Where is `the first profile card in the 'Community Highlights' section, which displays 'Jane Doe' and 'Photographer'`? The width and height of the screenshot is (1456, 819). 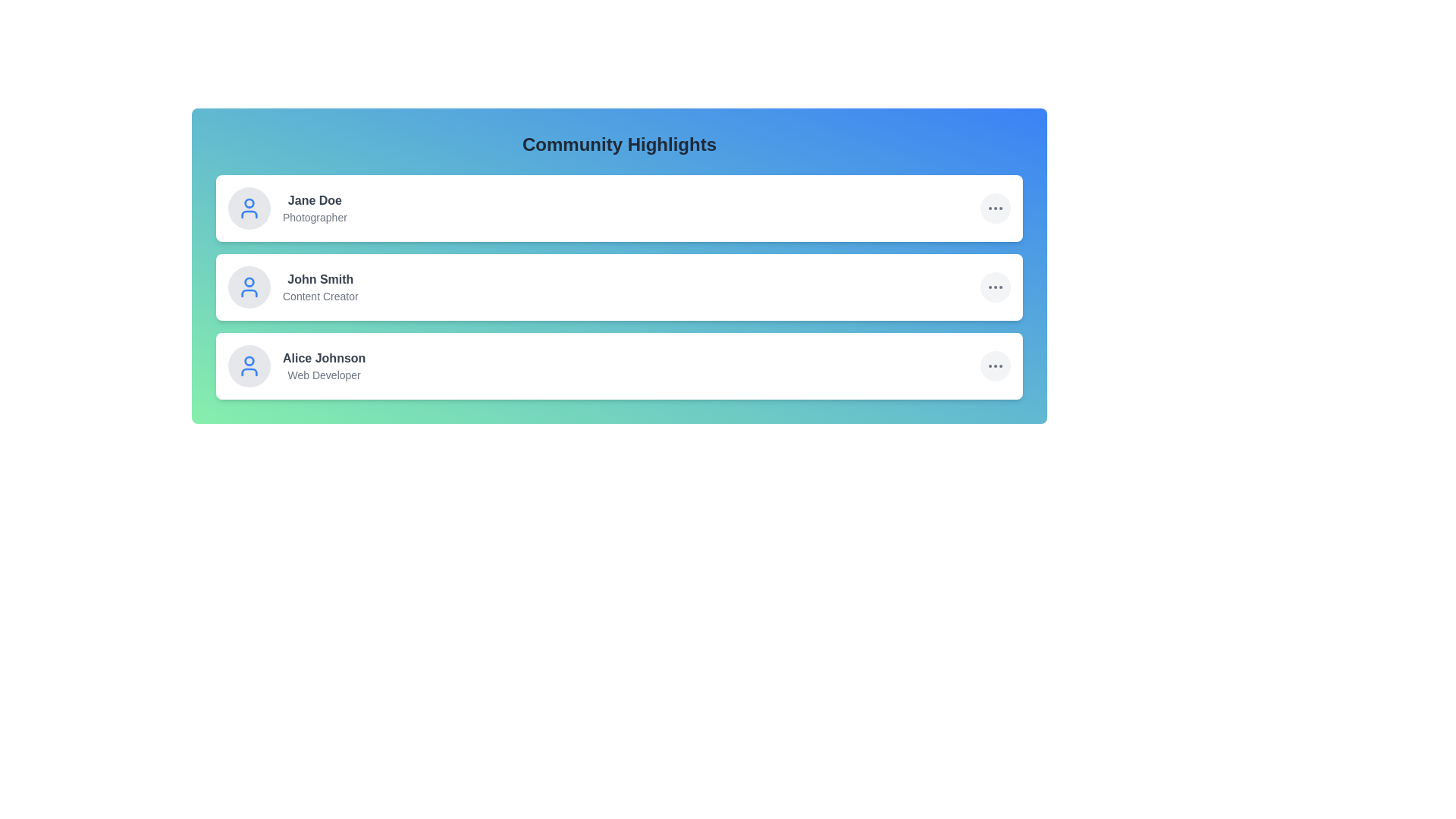 the first profile card in the 'Community Highlights' section, which displays 'Jane Doe' and 'Photographer' is located at coordinates (287, 208).